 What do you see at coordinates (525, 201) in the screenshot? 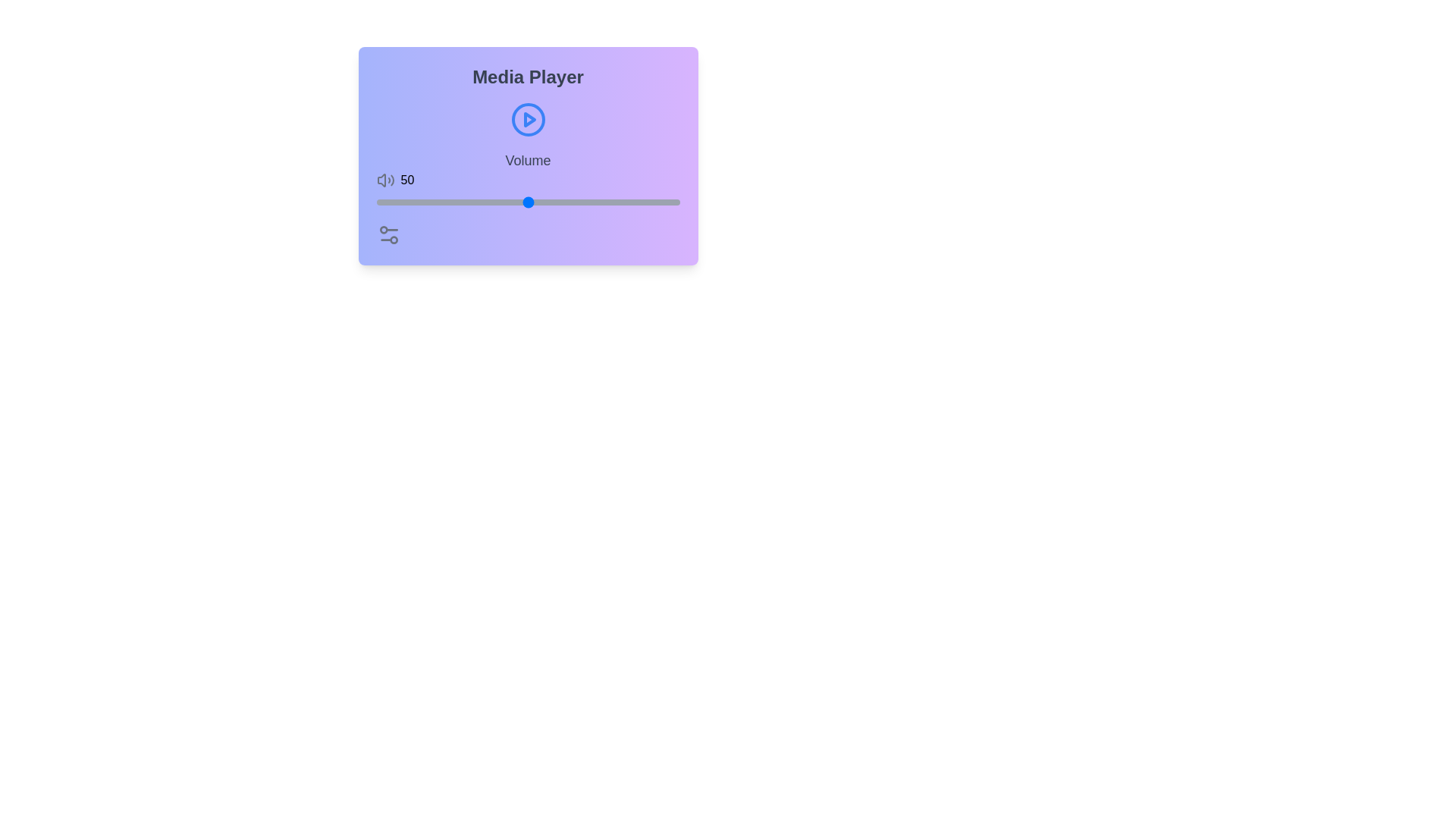
I see `the volume level` at bounding box center [525, 201].